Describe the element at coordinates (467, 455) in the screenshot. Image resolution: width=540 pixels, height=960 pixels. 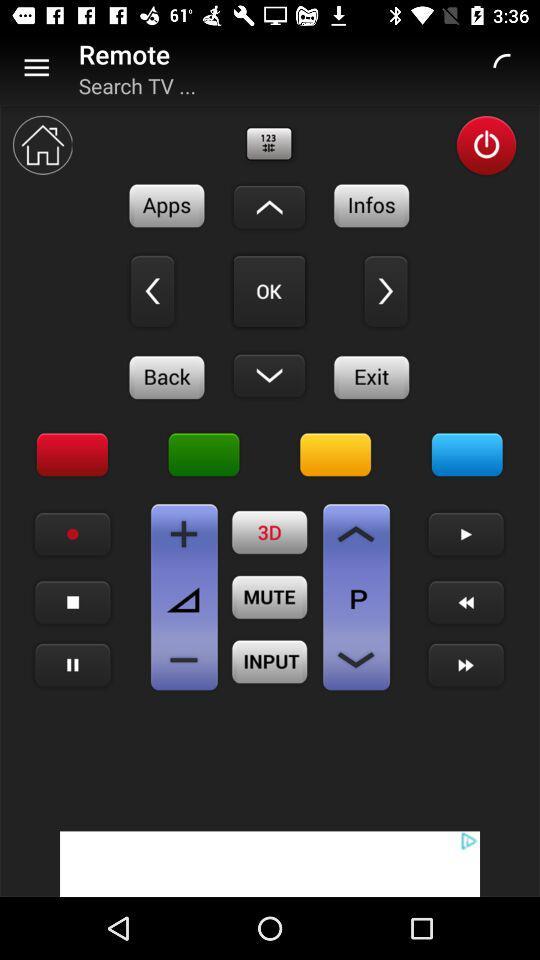
I see `bring up the tv menu` at that location.